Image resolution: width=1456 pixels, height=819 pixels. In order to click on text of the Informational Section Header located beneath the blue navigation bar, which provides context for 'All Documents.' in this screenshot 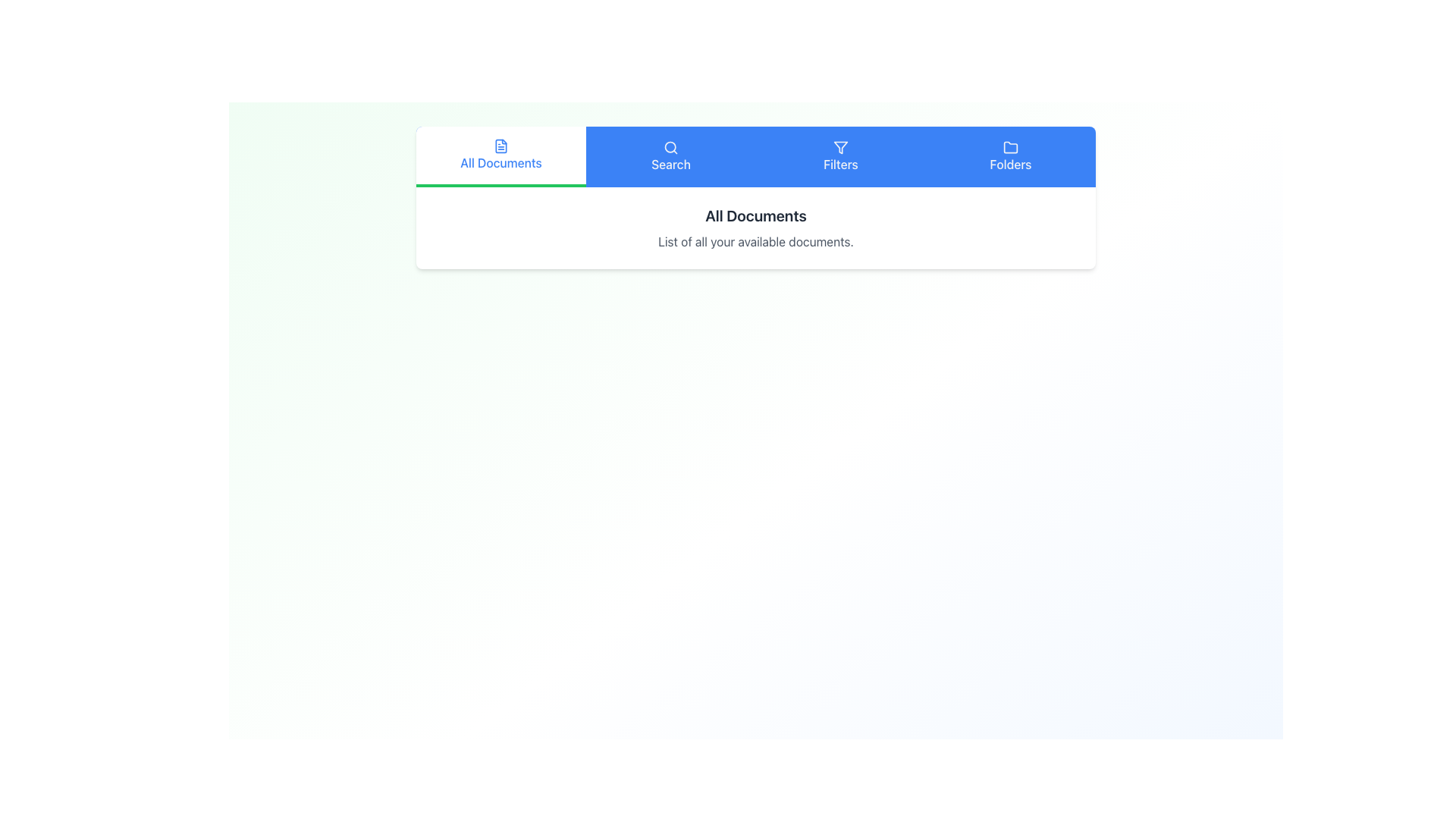, I will do `click(756, 197)`.